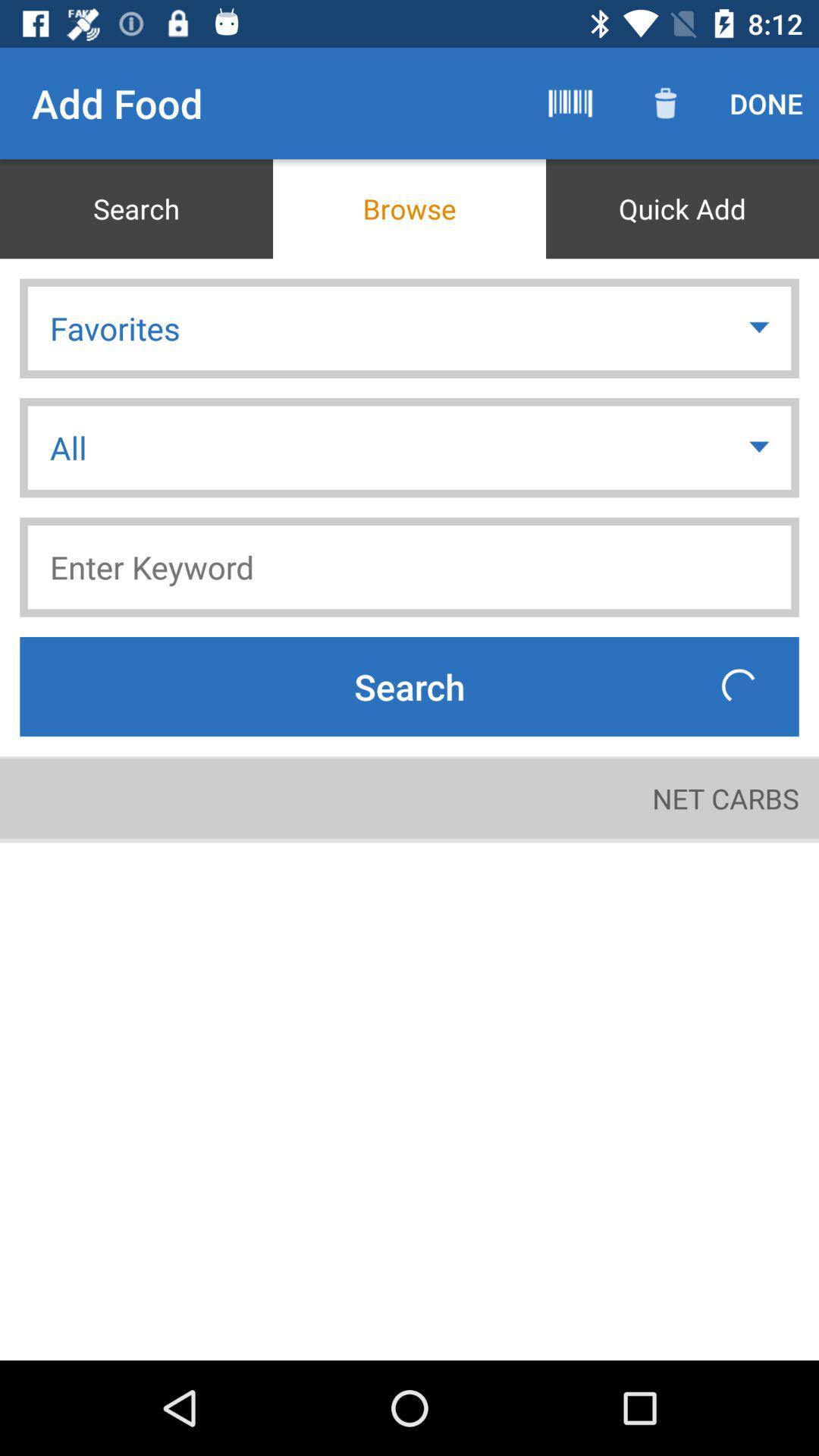  I want to click on the item below search item, so click(724, 797).